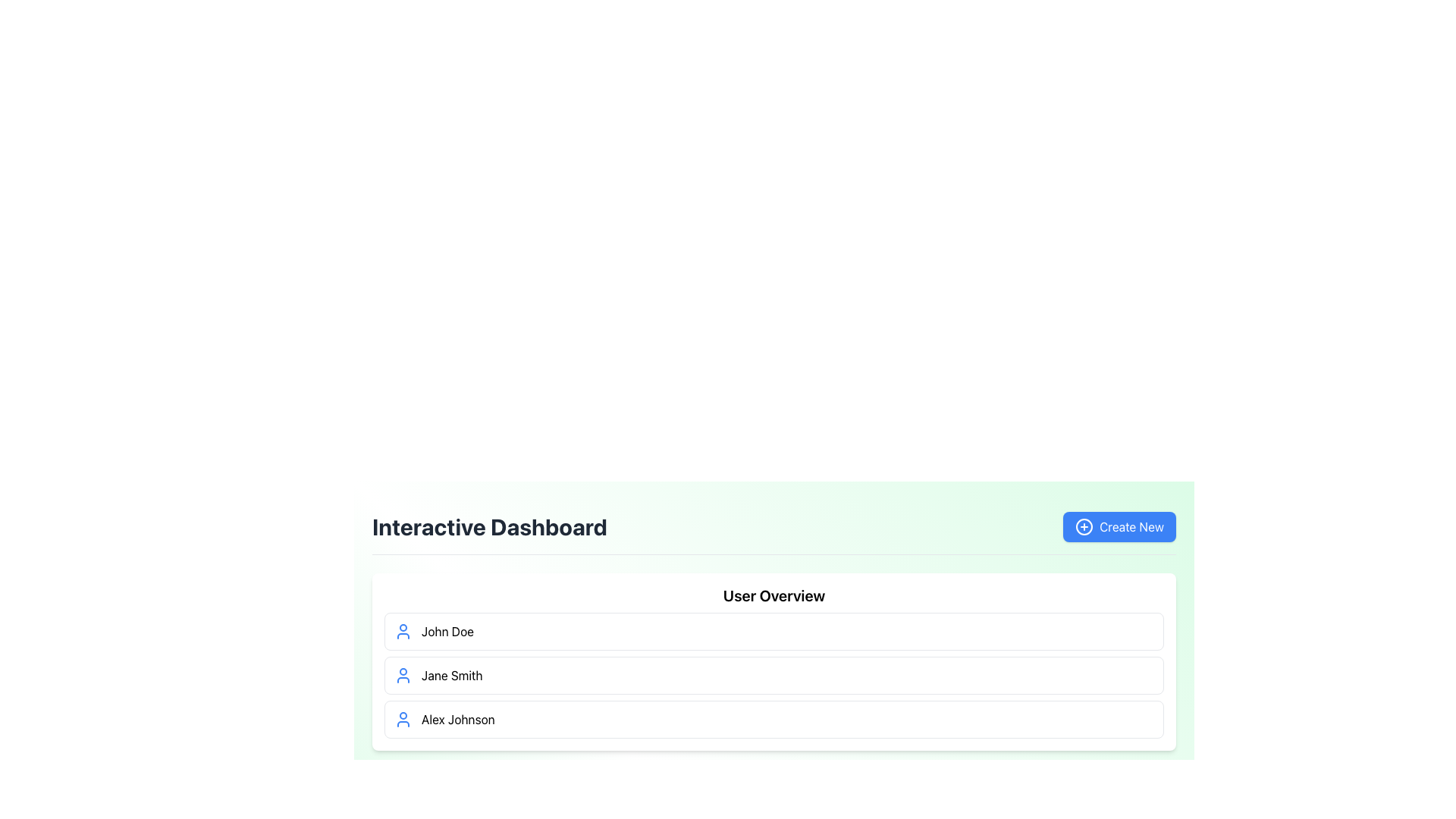 The image size is (1456, 819). Describe the element at coordinates (1119, 526) in the screenshot. I see `the 'Create New' button with a blue background located in the top-right corner of the 'Interactive Dashboard' section` at that location.